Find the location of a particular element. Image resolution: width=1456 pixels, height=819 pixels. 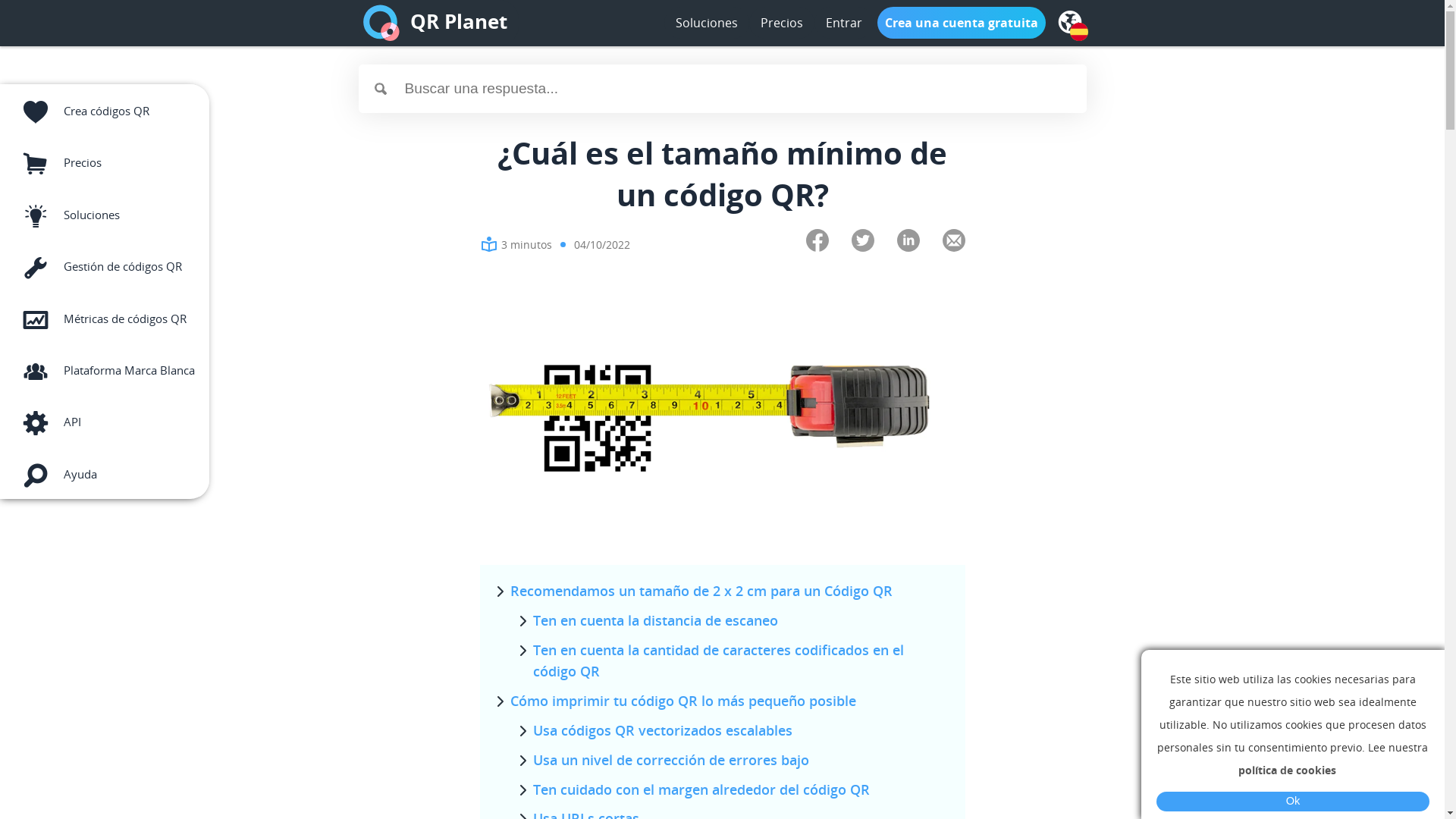

'Entrar' is located at coordinates (817, 23).